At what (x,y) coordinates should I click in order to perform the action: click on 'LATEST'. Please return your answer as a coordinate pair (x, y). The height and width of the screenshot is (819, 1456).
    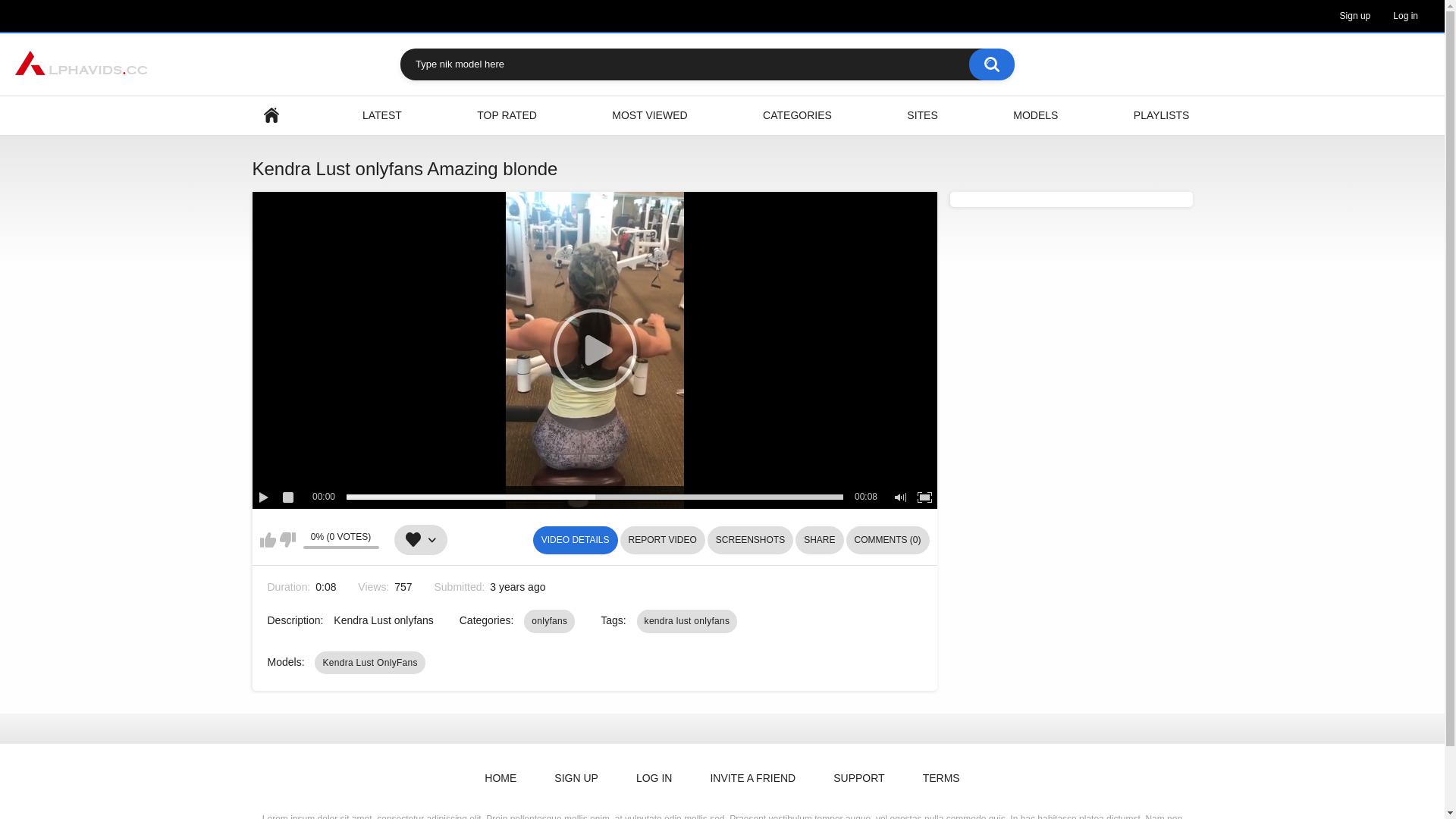
    Looking at the image, I should click on (382, 115).